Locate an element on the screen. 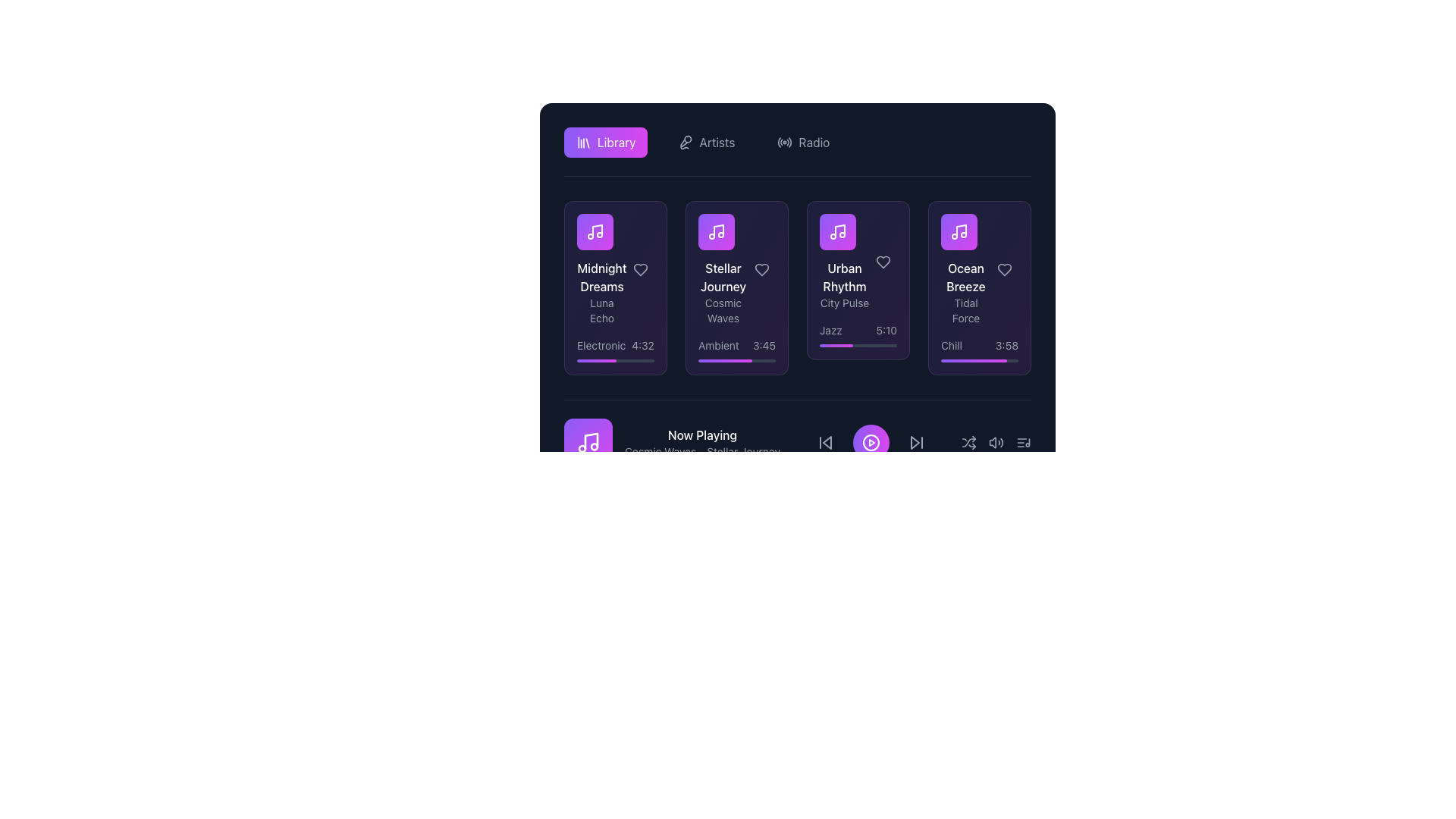 The image size is (1456, 819). the progress bar status of the Information display component that shows media metadata and status, specifically for the title 'Jazz' and the time '5:10', located within the card labeled 'Urban Rhythm' is located at coordinates (858, 334).